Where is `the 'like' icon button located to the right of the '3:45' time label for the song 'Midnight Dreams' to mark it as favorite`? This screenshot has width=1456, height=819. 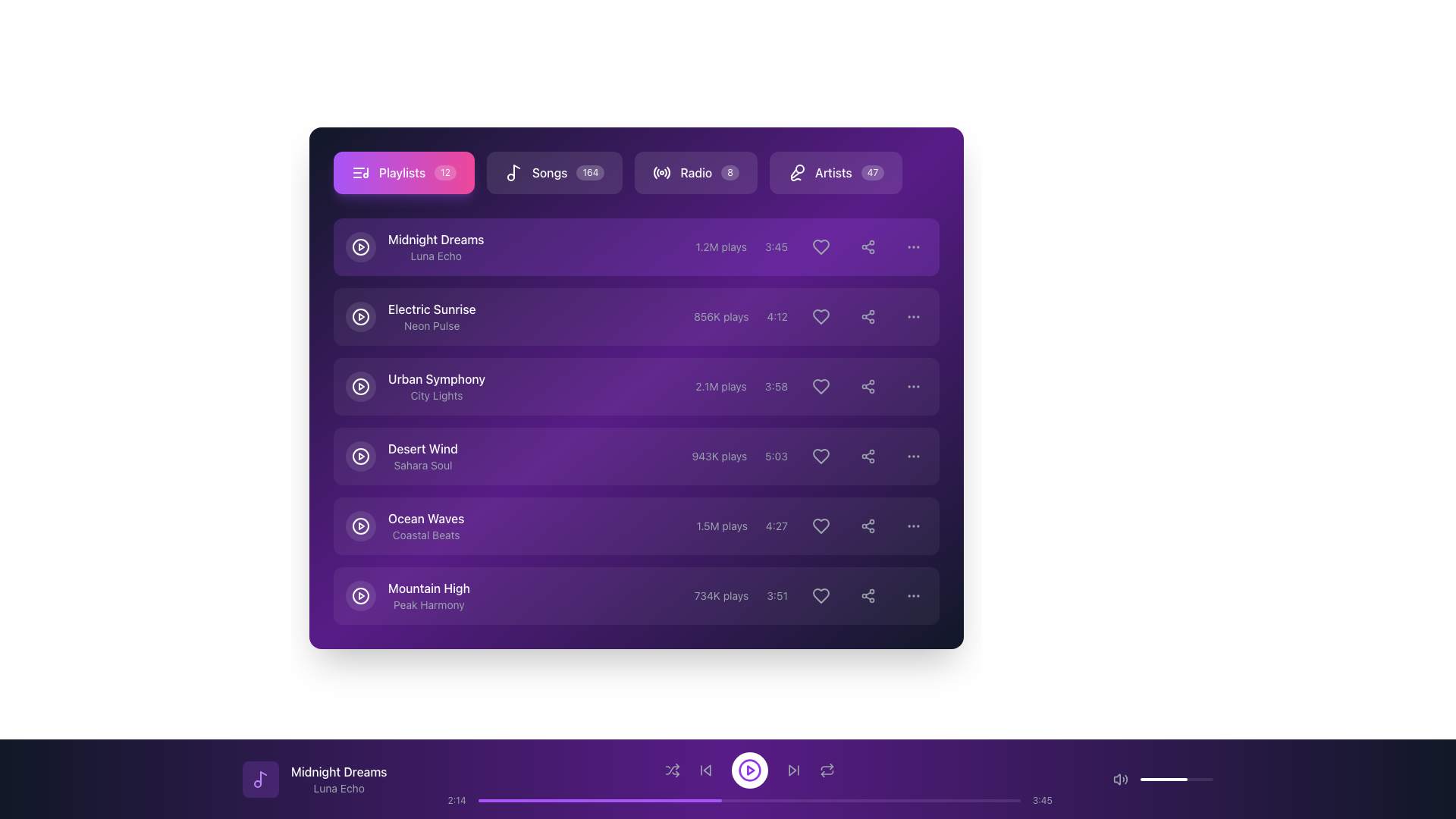
the 'like' icon button located to the right of the '3:45' time label for the song 'Midnight Dreams' to mark it as favorite is located at coordinates (821, 246).